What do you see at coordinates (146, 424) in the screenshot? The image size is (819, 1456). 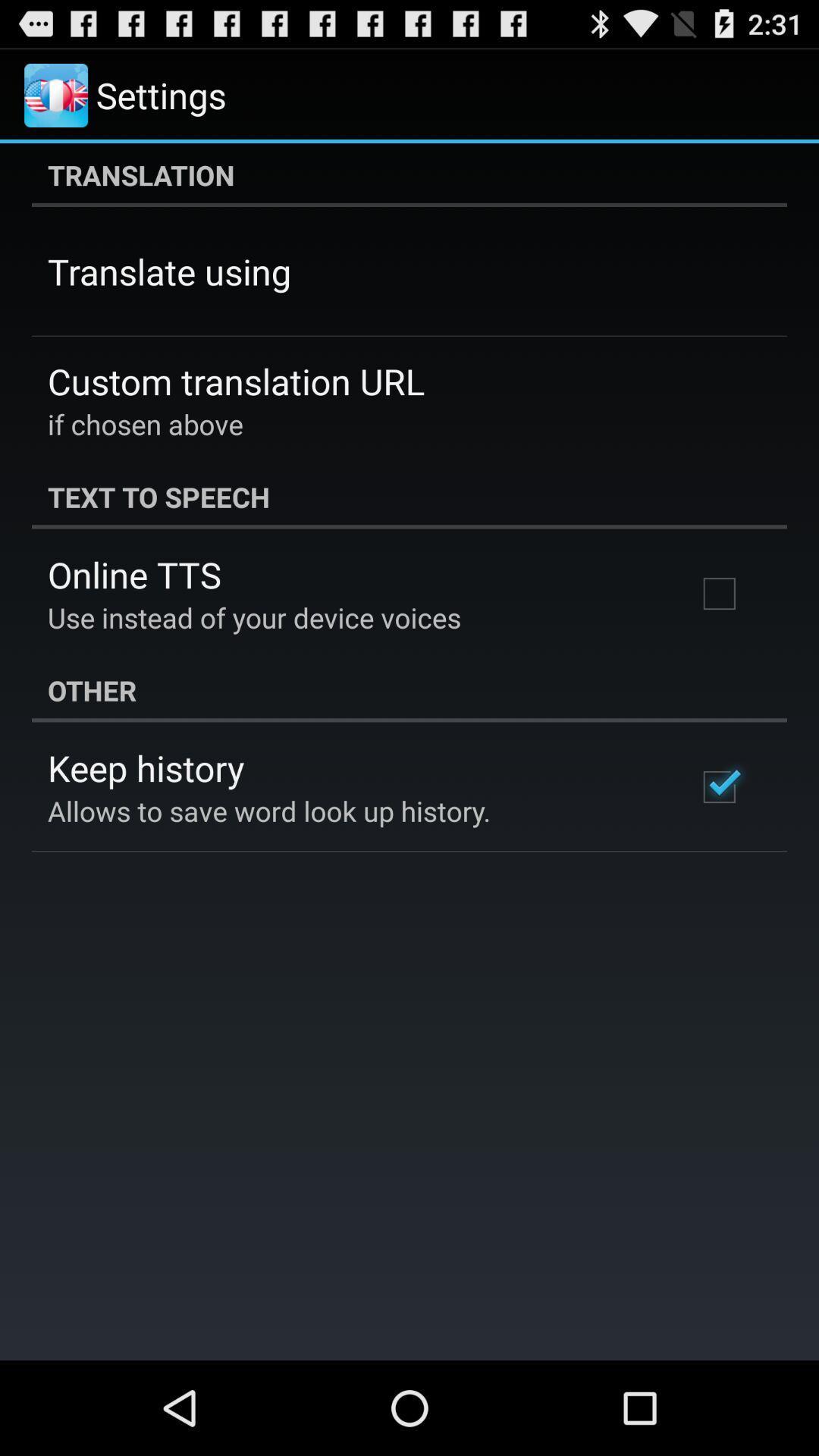 I see `the icon above the text to speech icon` at bounding box center [146, 424].